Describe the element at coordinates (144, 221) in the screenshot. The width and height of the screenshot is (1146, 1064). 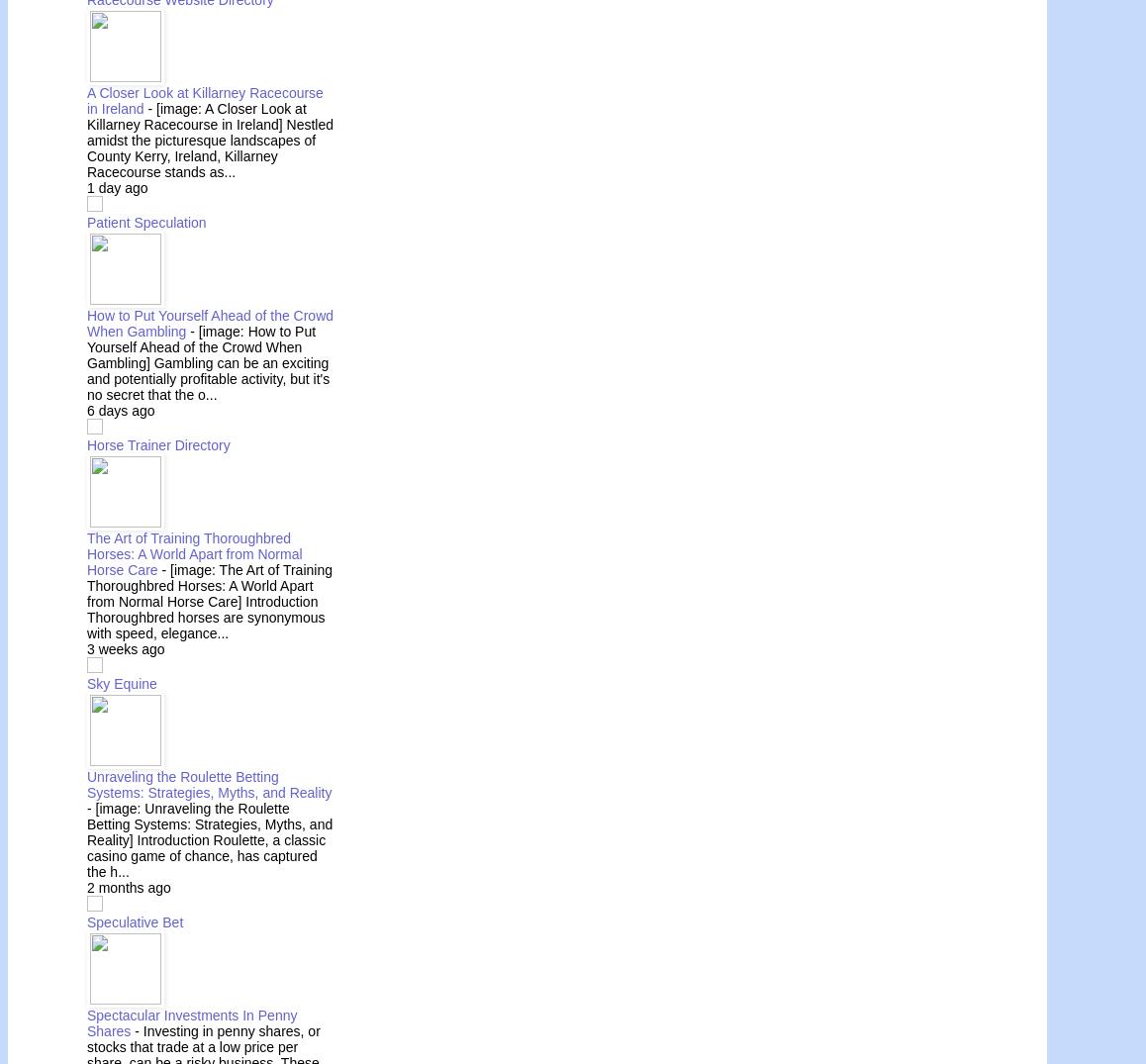
I see `'Patient Speculation'` at that location.